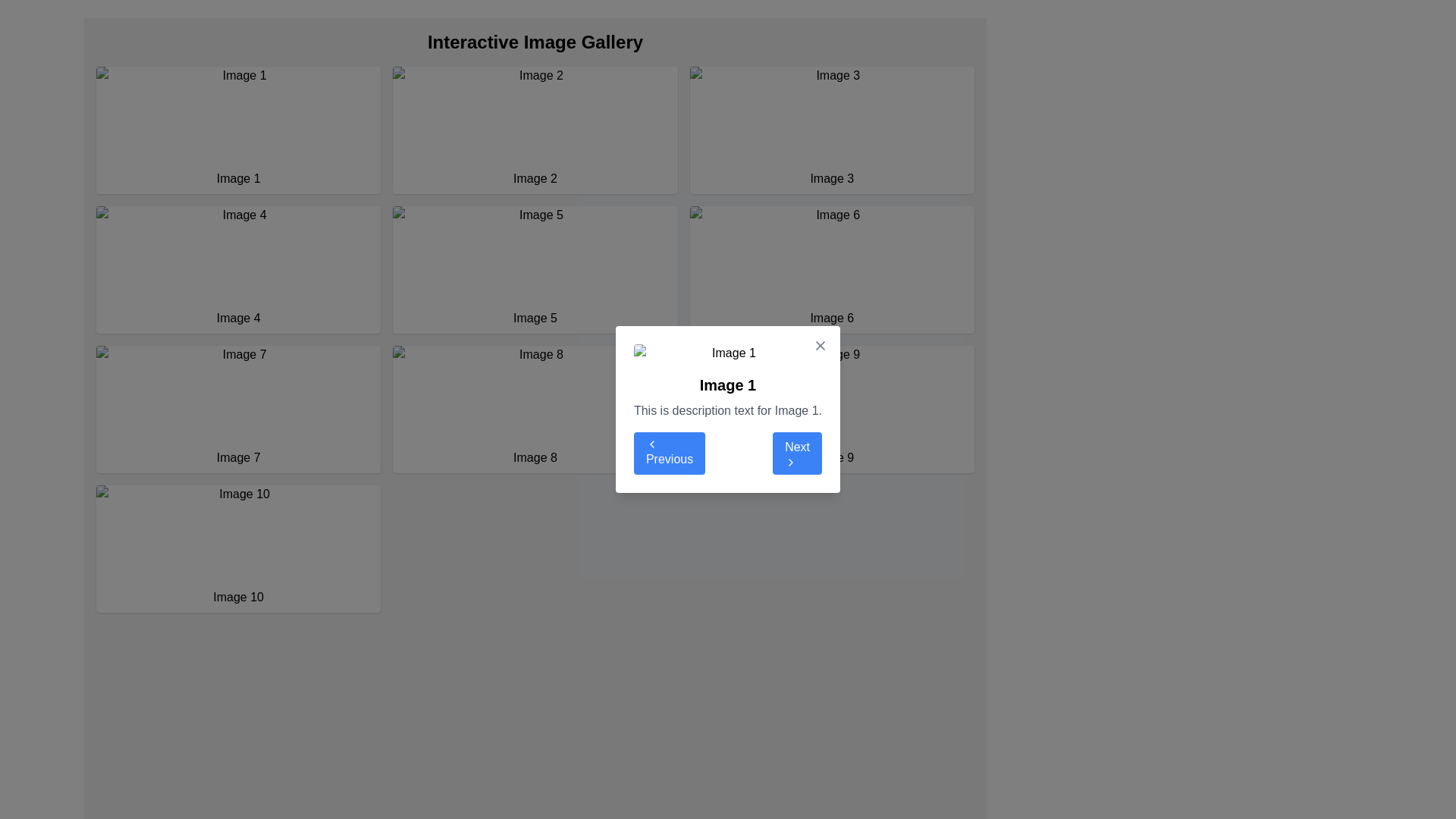  Describe the element at coordinates (796, 452) in the screenshot. I see `the 'Next' button, which is a rectangular button with white text on a blue background and a right-arrow icon, located` at that location.